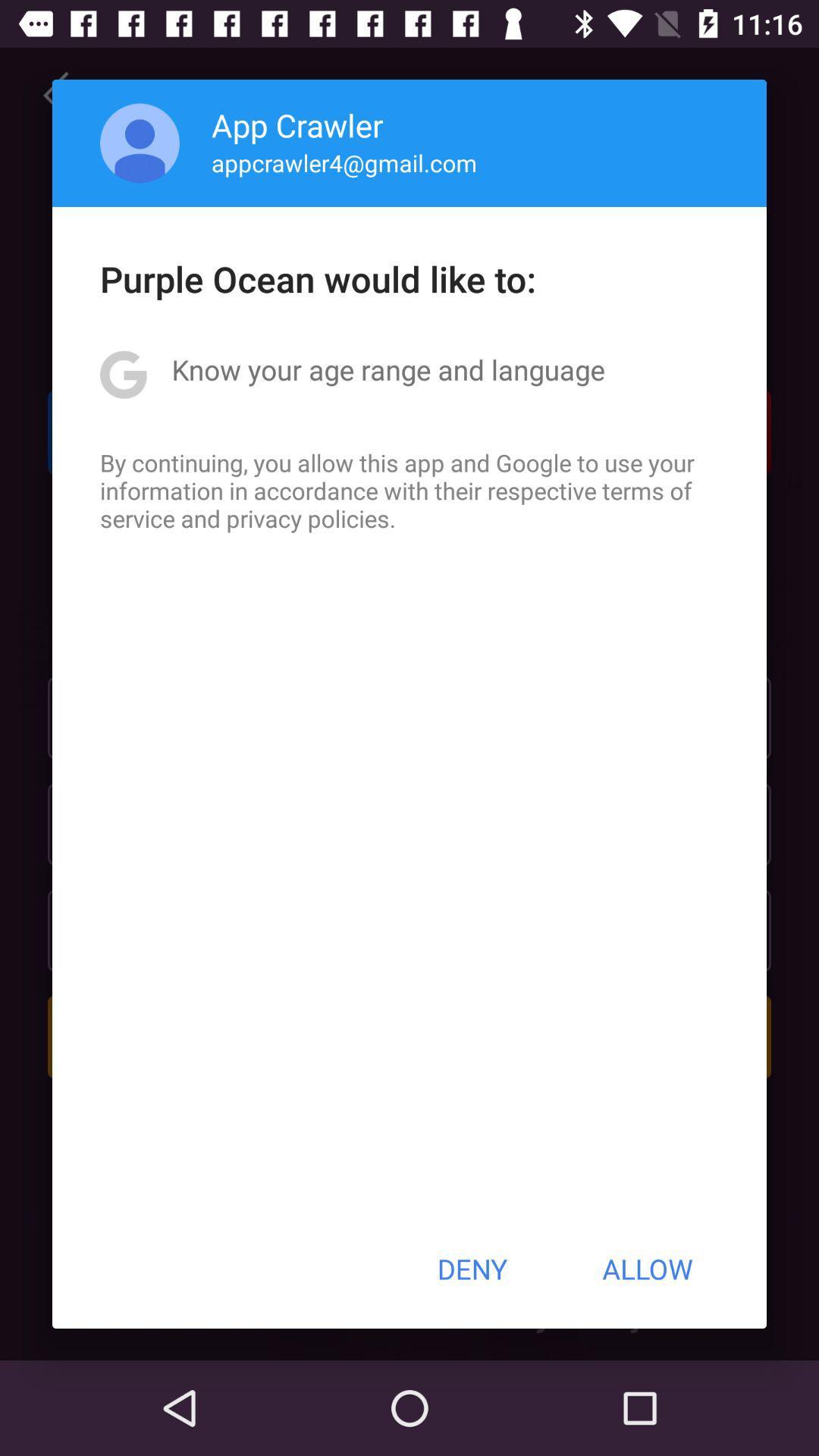 This screenshot has width=819, height=1456. I want to click on item below the by continuing you, so click(471, 1269).